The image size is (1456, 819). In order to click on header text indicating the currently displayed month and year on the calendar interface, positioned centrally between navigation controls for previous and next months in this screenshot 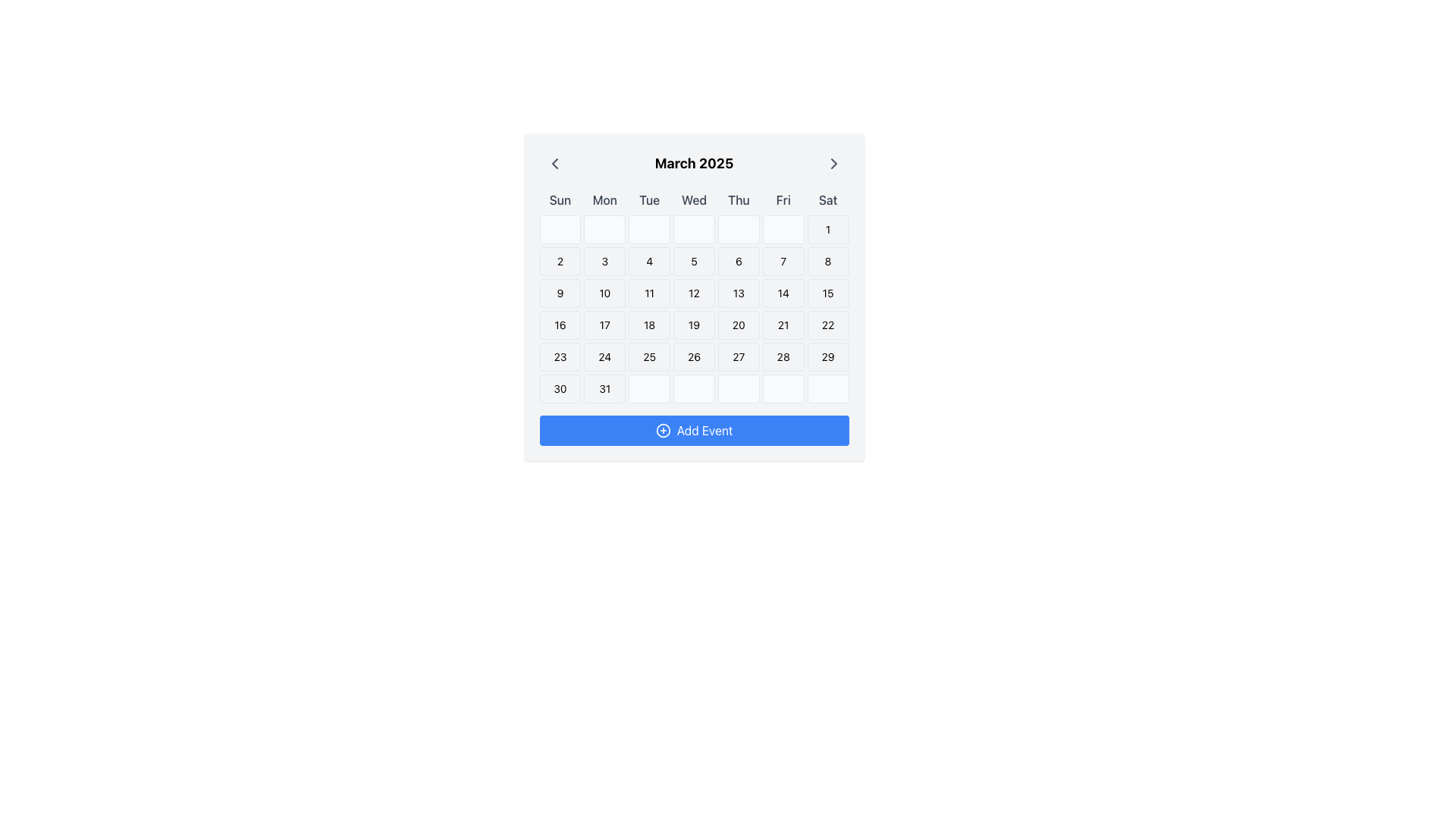, I will do `click(693, 164)`.